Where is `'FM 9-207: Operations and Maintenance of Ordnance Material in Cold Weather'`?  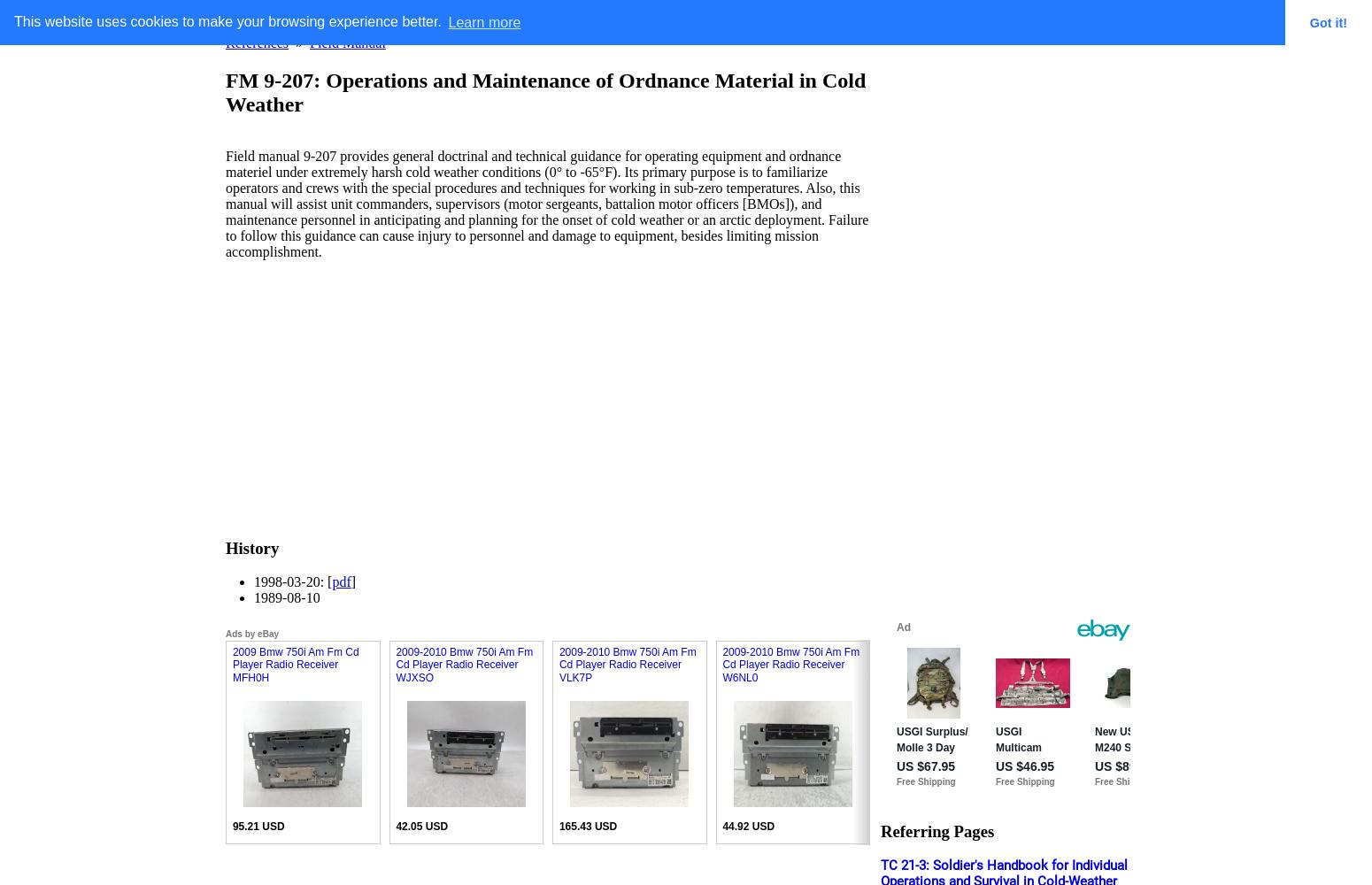
'FM 9-207: Operations and Maintenance of Ordnance Material in Cold Weather' is located at coordinates (545, 90).